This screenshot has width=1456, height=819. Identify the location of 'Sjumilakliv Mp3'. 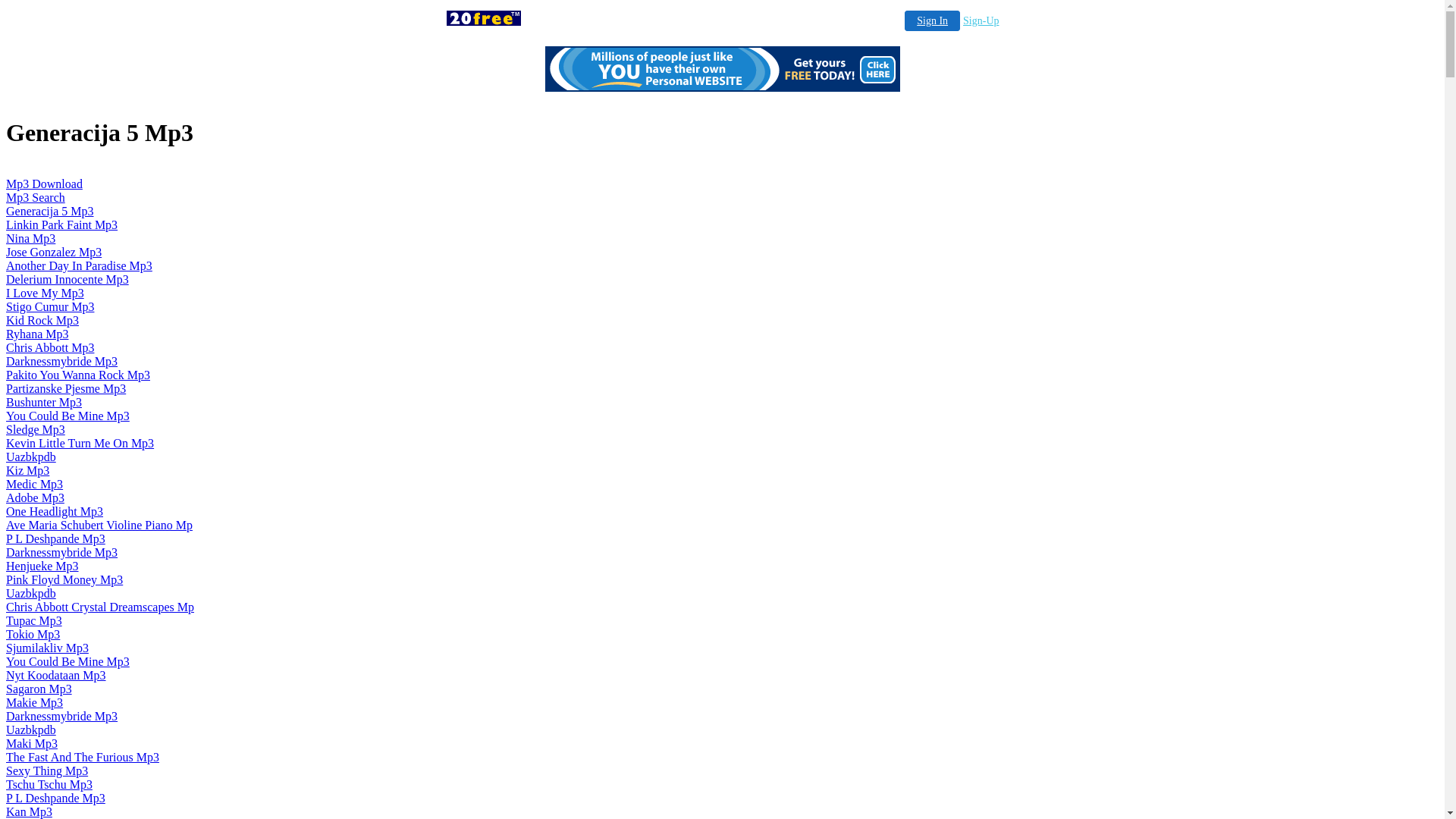
(47, 648).